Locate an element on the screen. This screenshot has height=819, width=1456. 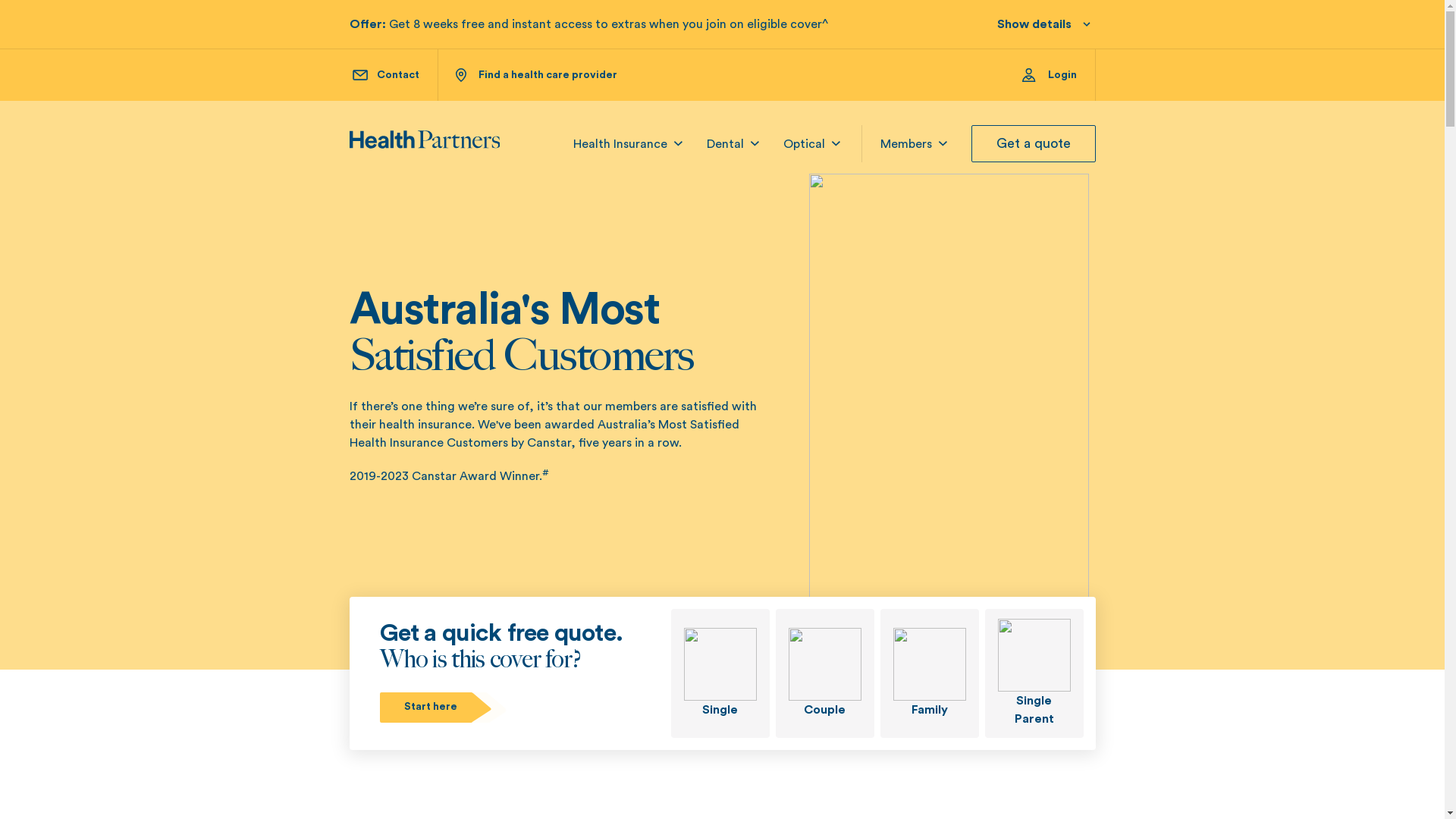
'Members' is located at coordinates (905, 143).